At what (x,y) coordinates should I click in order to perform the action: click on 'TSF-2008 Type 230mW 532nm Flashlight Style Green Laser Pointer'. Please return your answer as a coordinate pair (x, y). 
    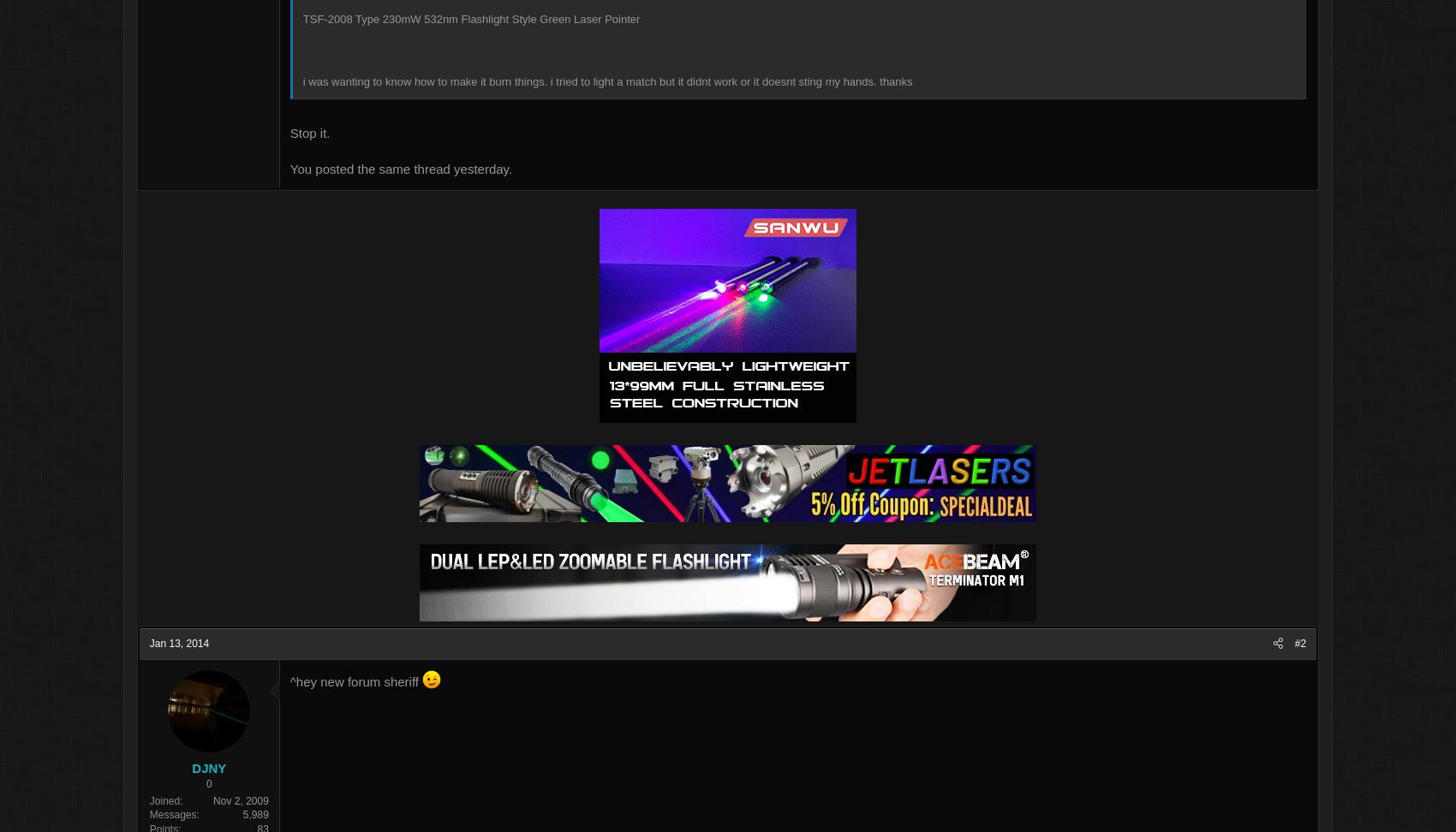
    Looking at the image, I should click on (564, 21).